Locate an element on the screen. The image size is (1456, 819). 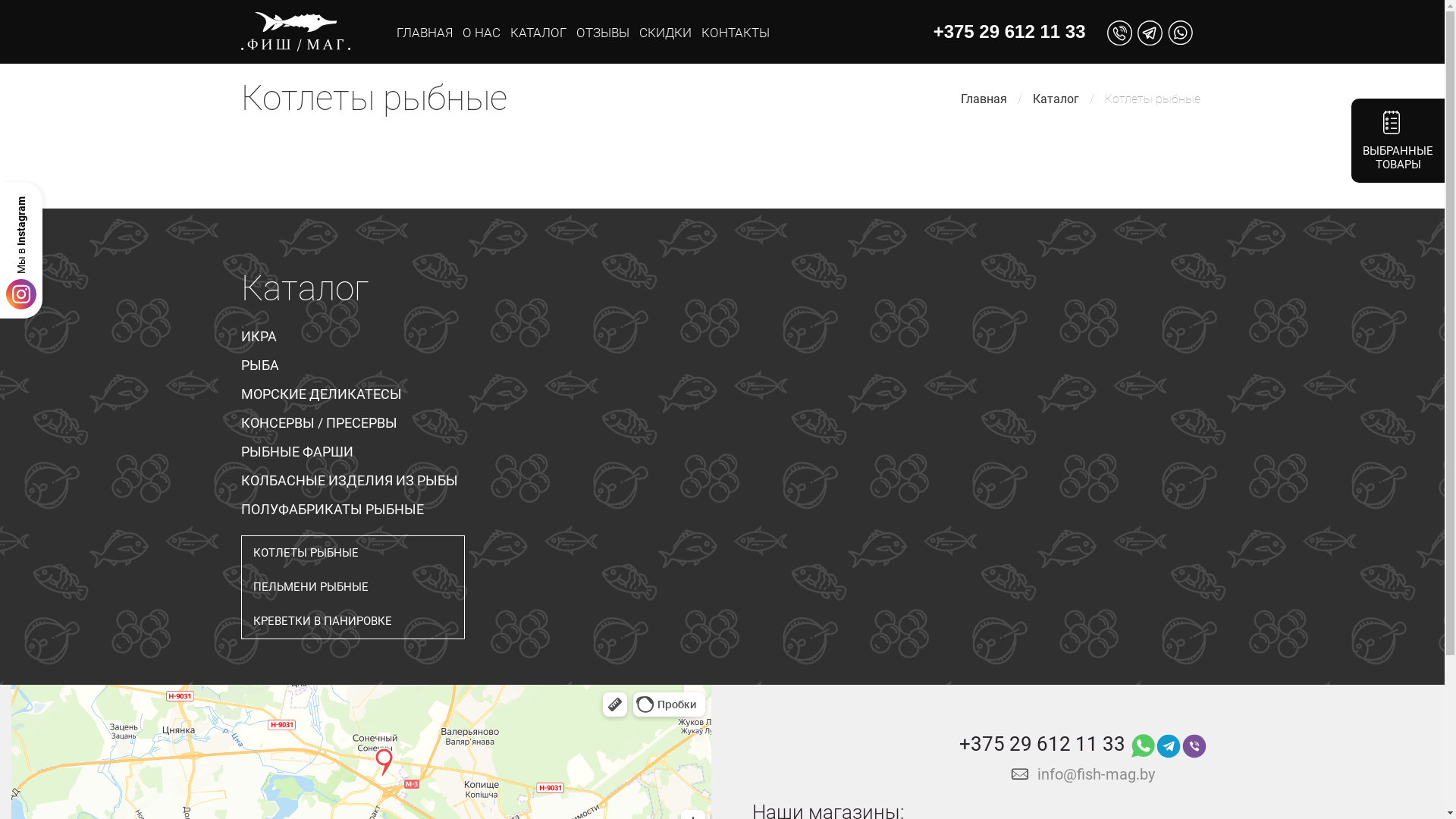
'+375 29 612 11 33' is located at coordinates (1009, 31).